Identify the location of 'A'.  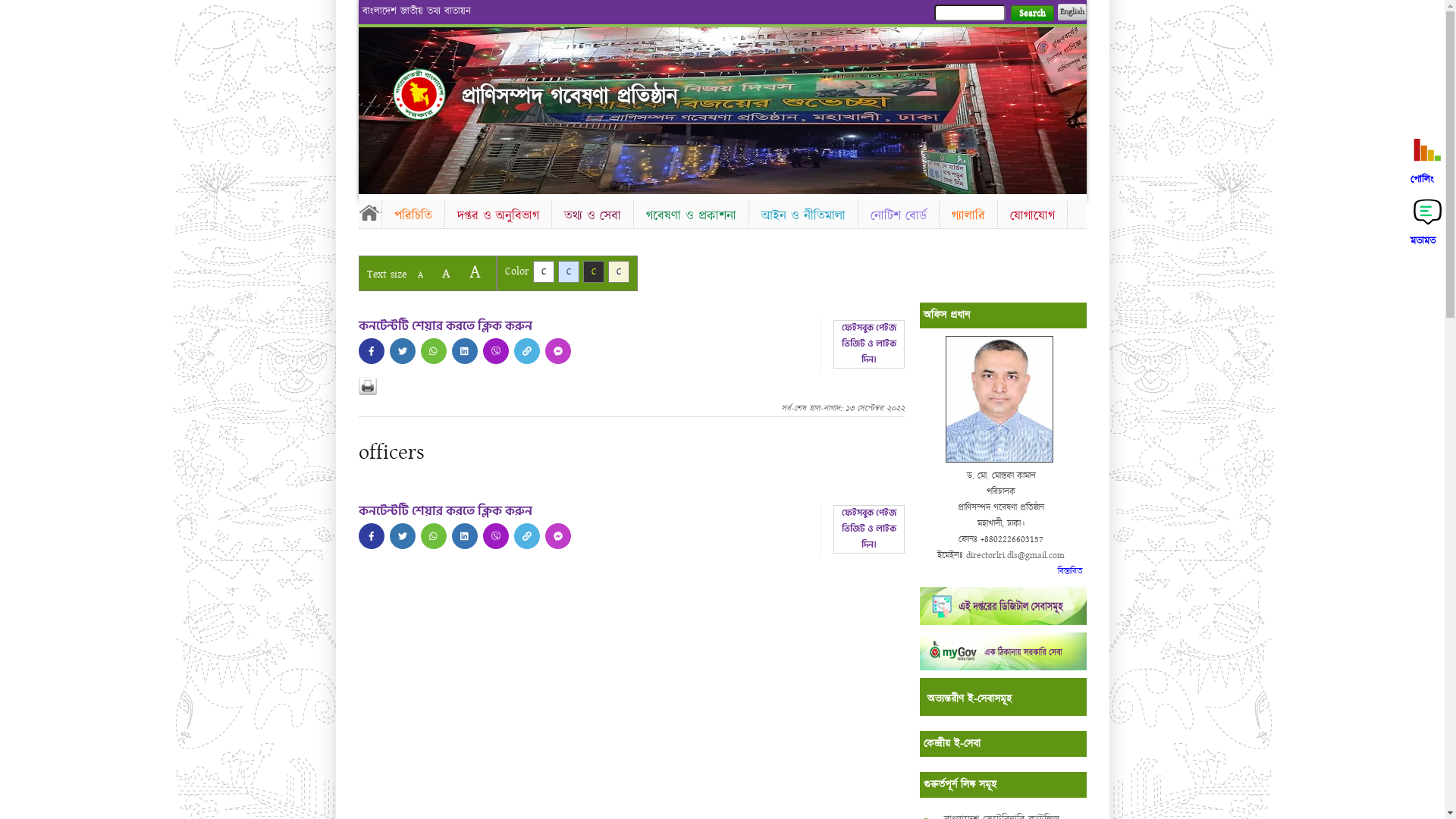
(432, 273).